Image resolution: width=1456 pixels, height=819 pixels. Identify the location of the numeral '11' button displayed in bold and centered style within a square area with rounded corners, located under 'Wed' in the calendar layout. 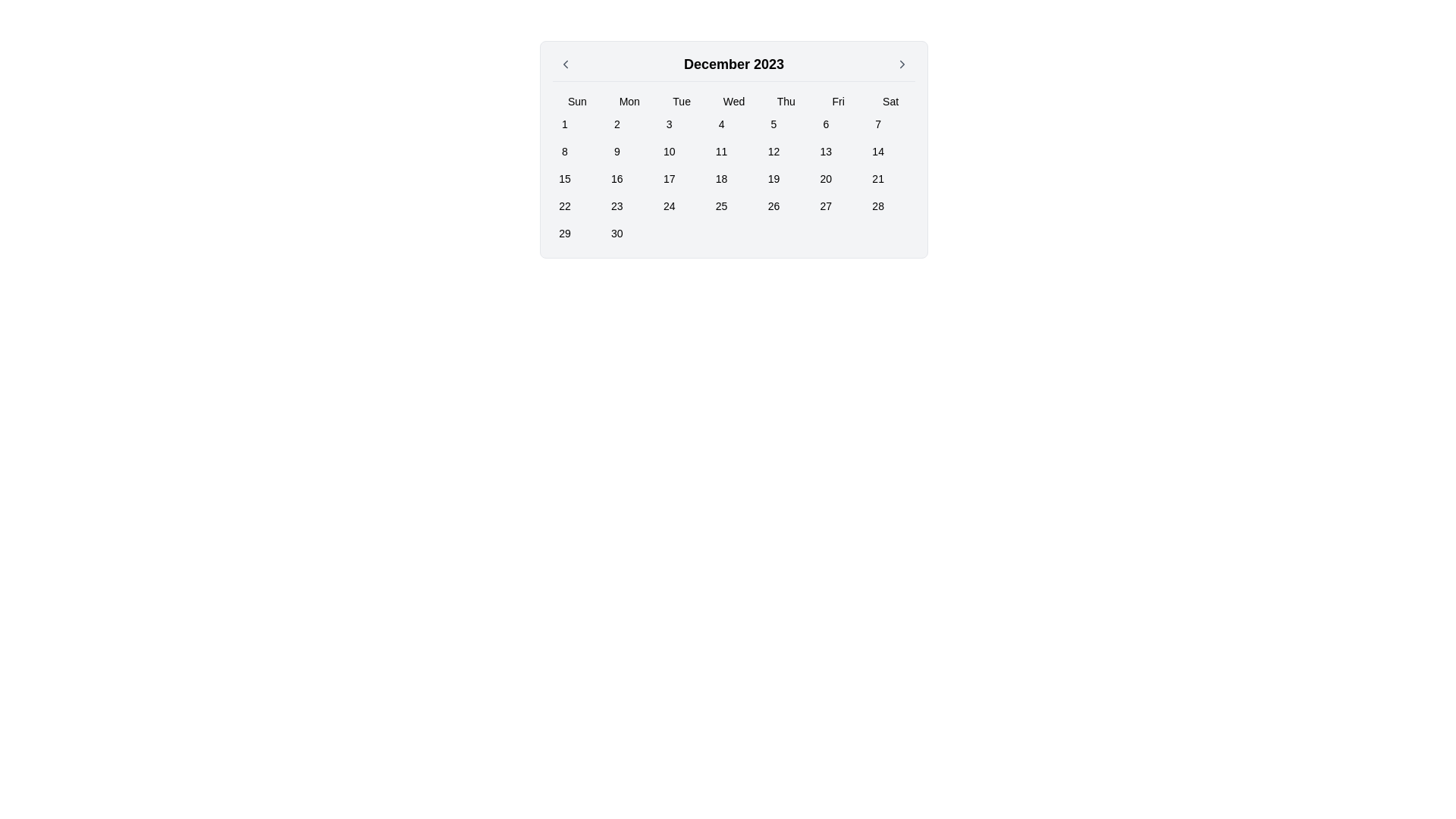
(720, 152).